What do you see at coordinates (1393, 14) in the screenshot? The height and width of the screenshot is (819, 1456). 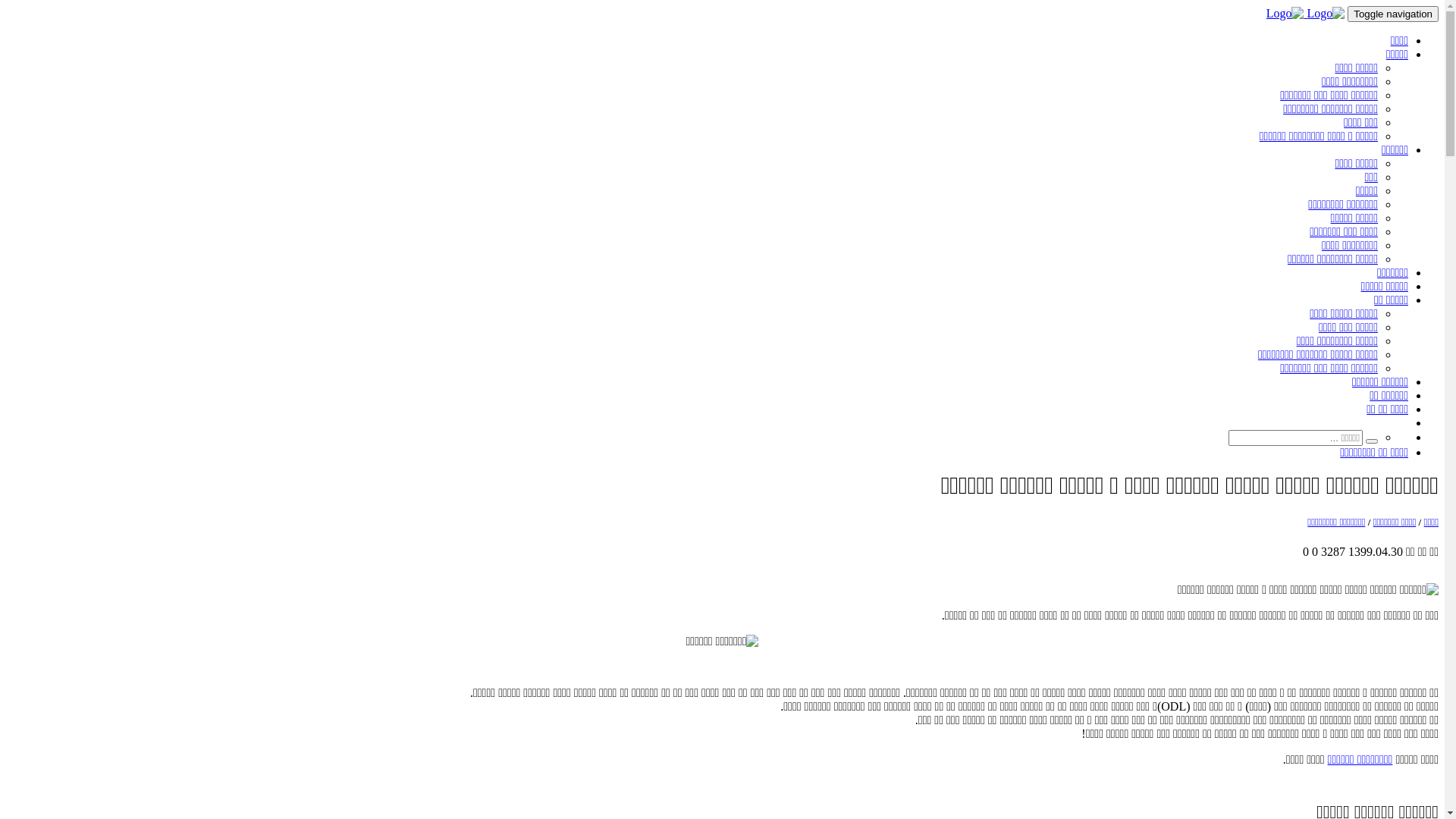 I see `'Toggle navigation'` at bounding box center [1393, 14].